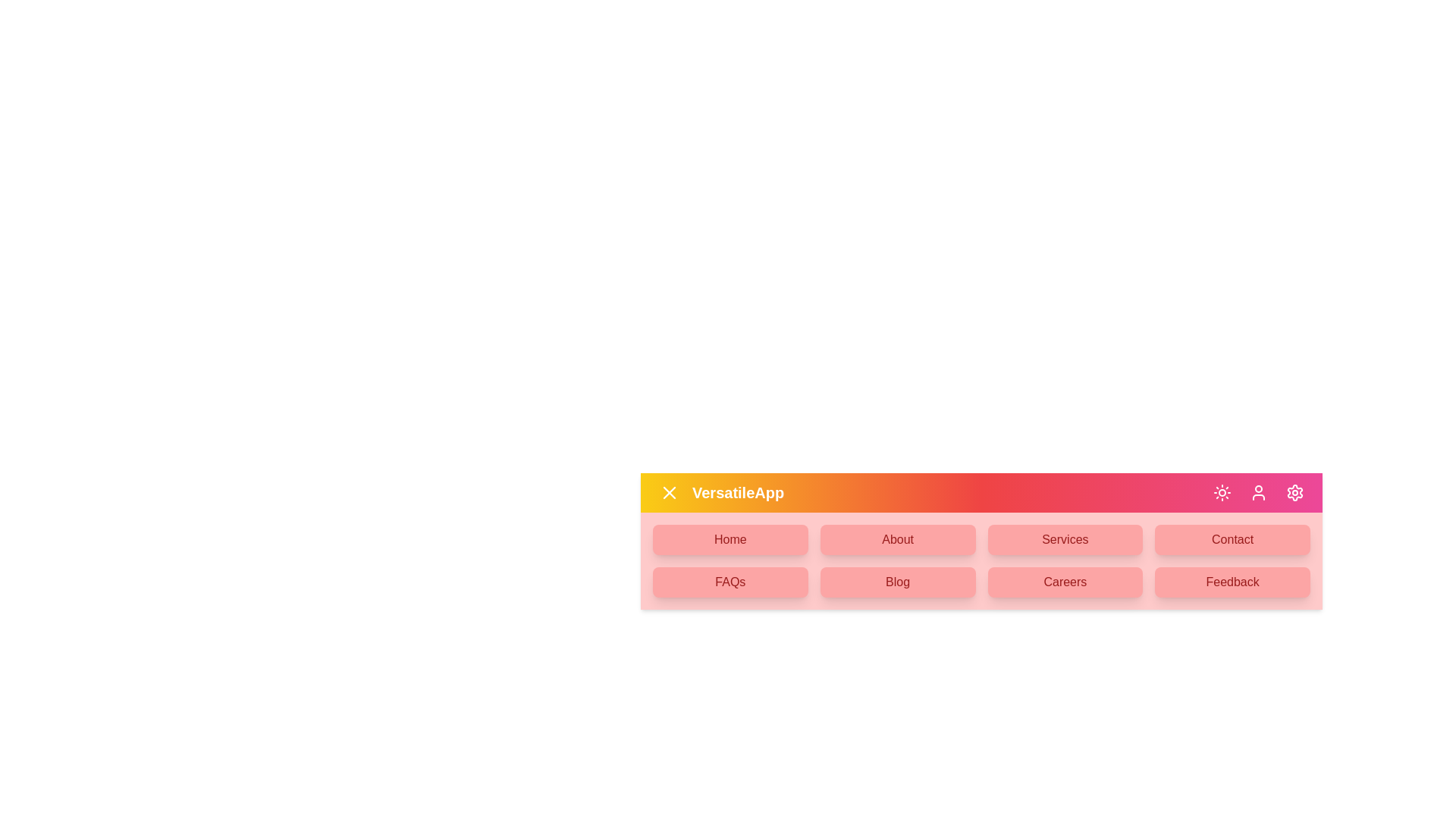  I want to click on the menu button to toggle the menu open or close, so click(669, 493).